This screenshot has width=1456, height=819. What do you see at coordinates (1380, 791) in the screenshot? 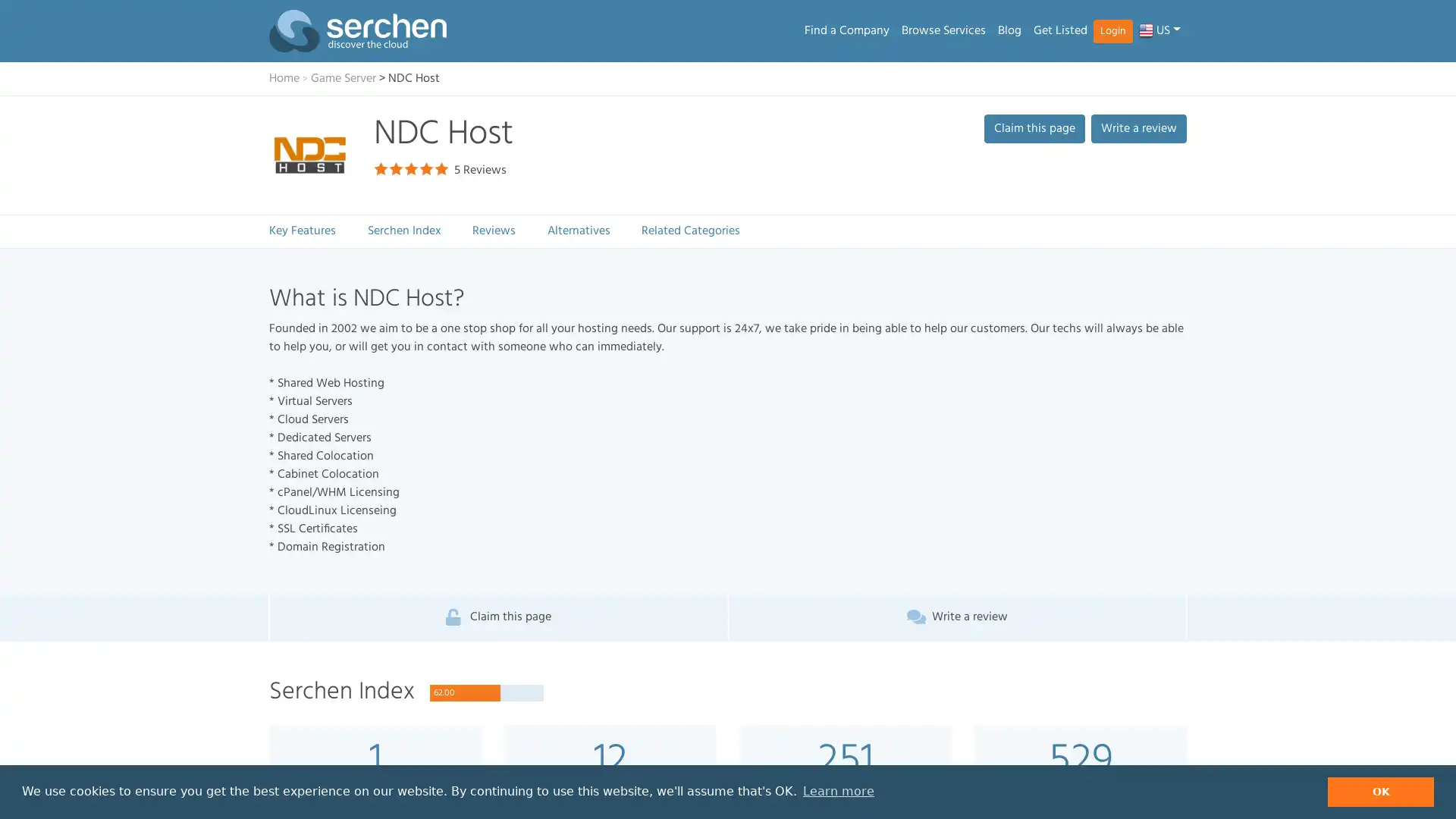
I see `dismiss cookie message` at bounding box center [1380, 791].